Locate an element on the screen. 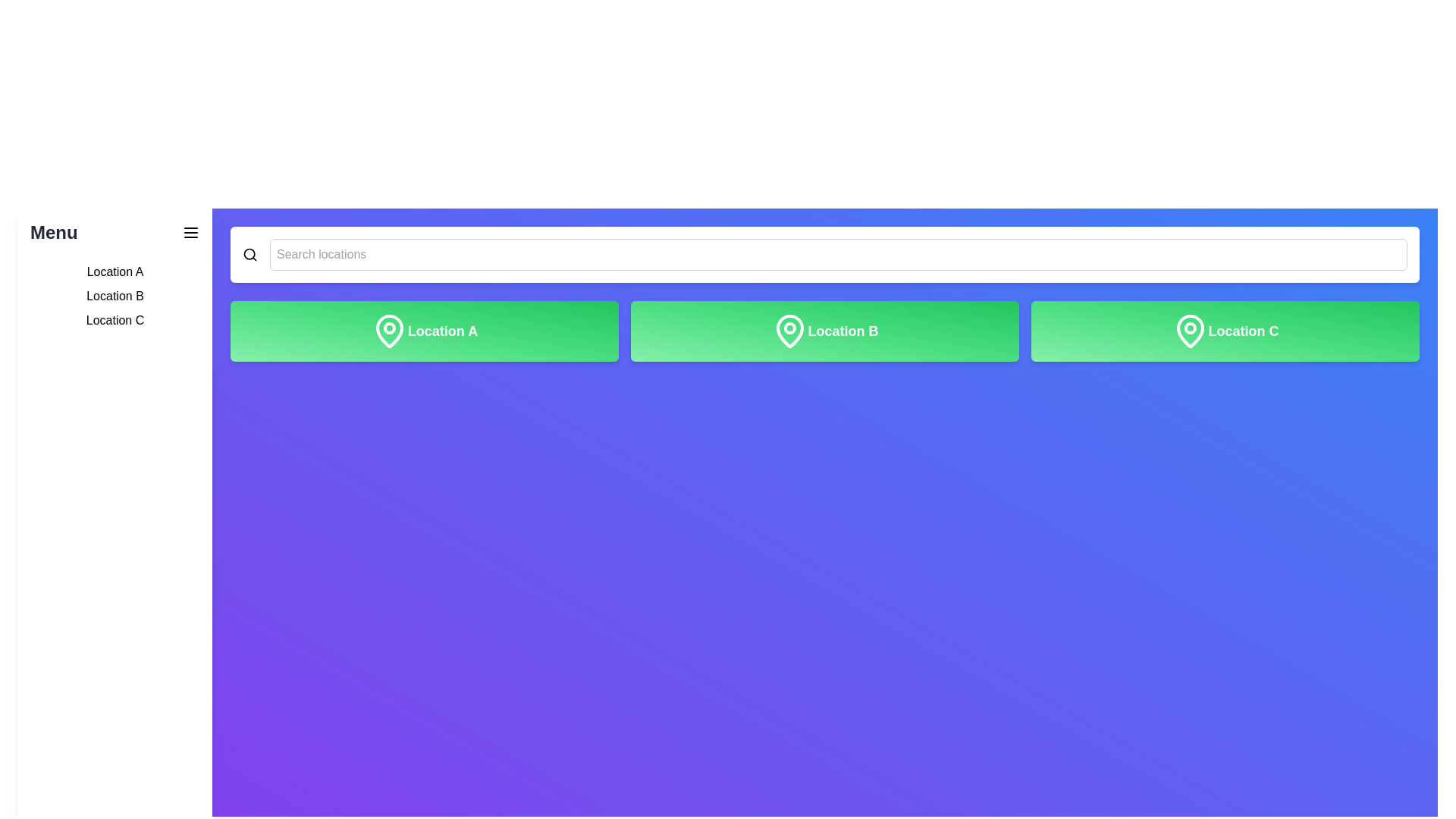 This screenshot has width=1456, height=819. the pin-shaped icon with a filled circle at its center, which is displayed in white against a green background and is located above the text 'Location B' is located at coordinates (789, 330).